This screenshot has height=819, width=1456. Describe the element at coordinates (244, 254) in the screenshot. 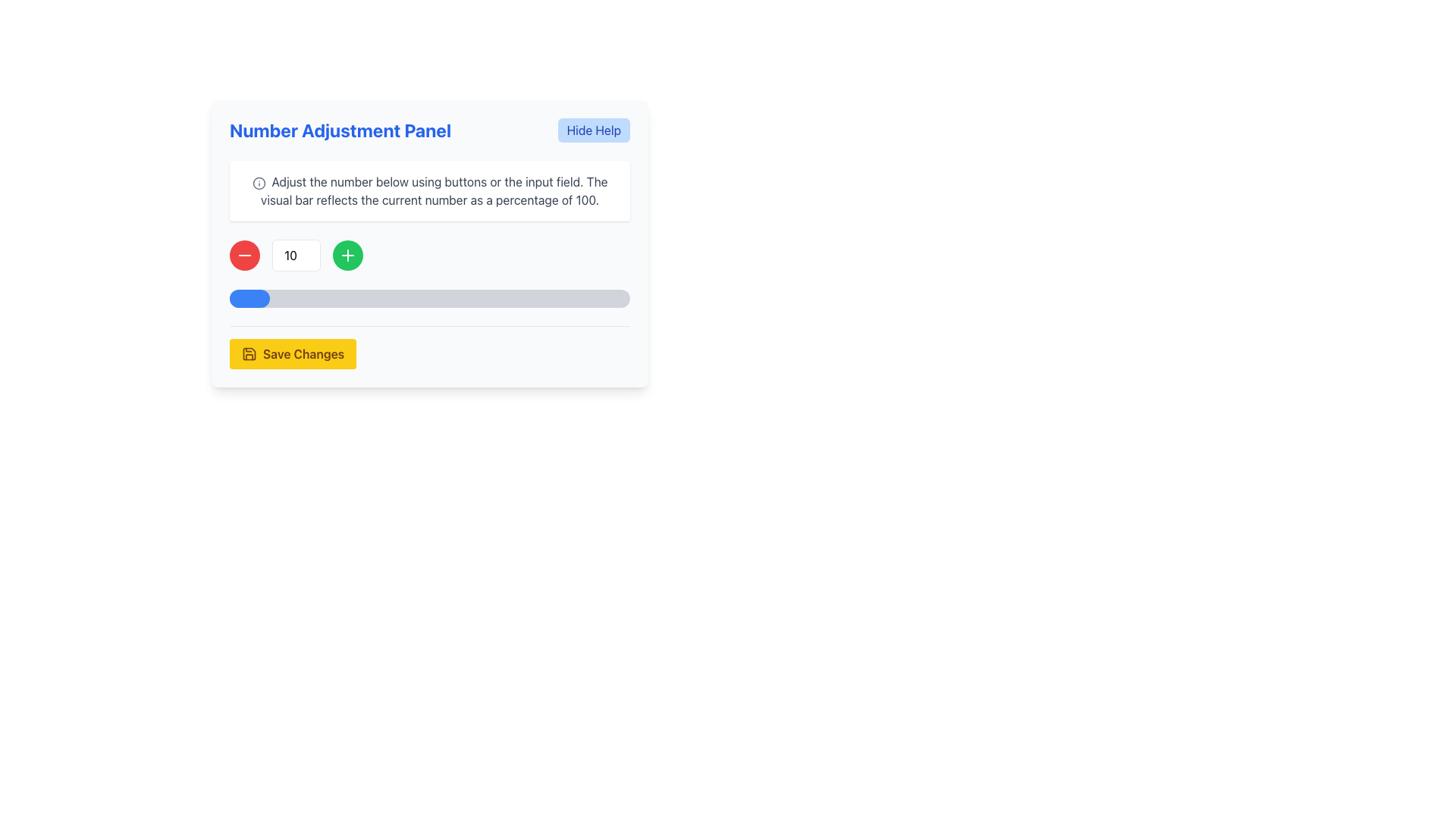

I see `the minus icon, which is a horizontal line icon centered within a circular red button located to the left of the number field in the 'Number Adjustment Panel', to decrease the value` at that location.